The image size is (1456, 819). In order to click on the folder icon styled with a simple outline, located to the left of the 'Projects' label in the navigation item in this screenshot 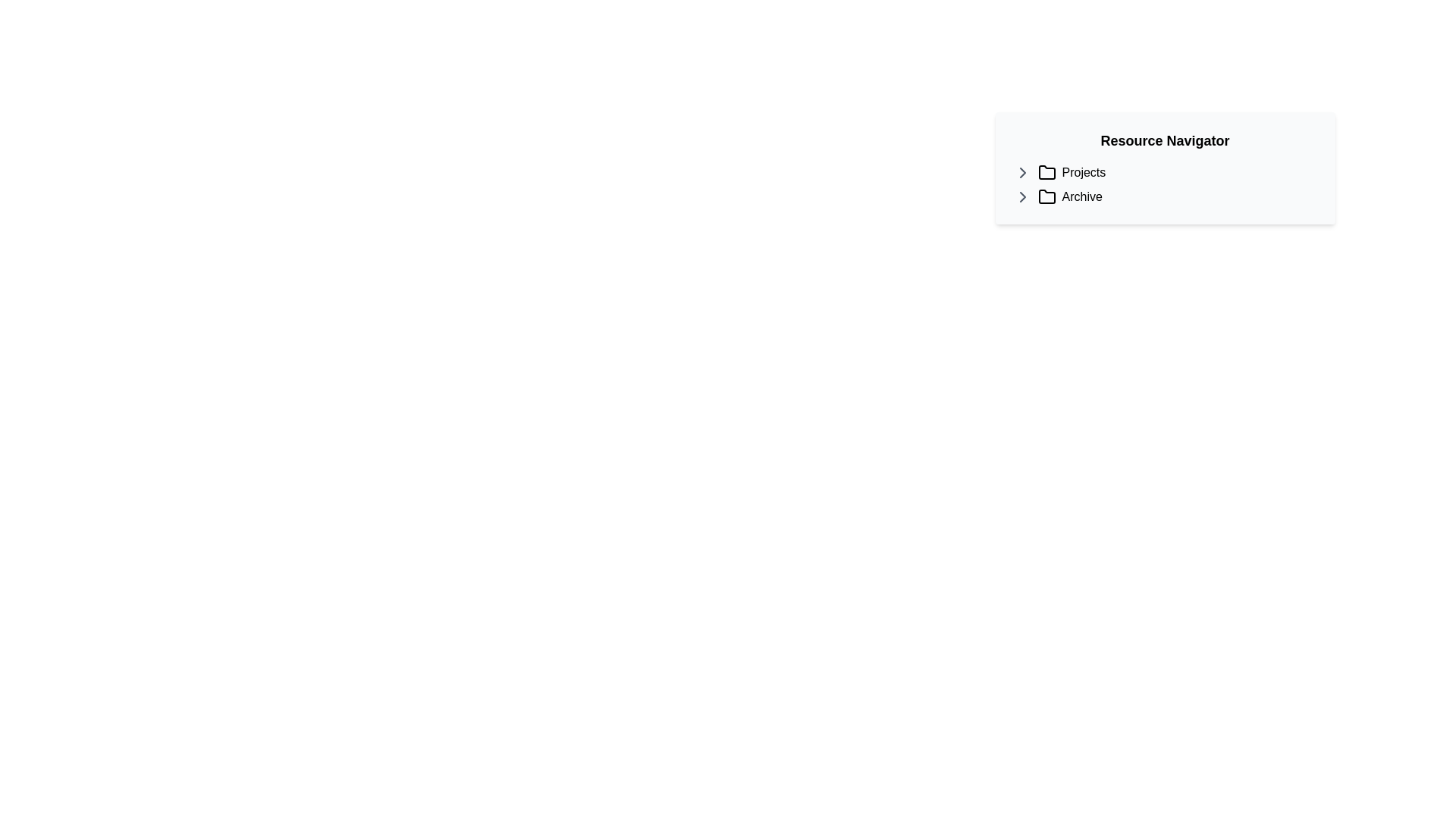, I will do `click(1046, 171)`.